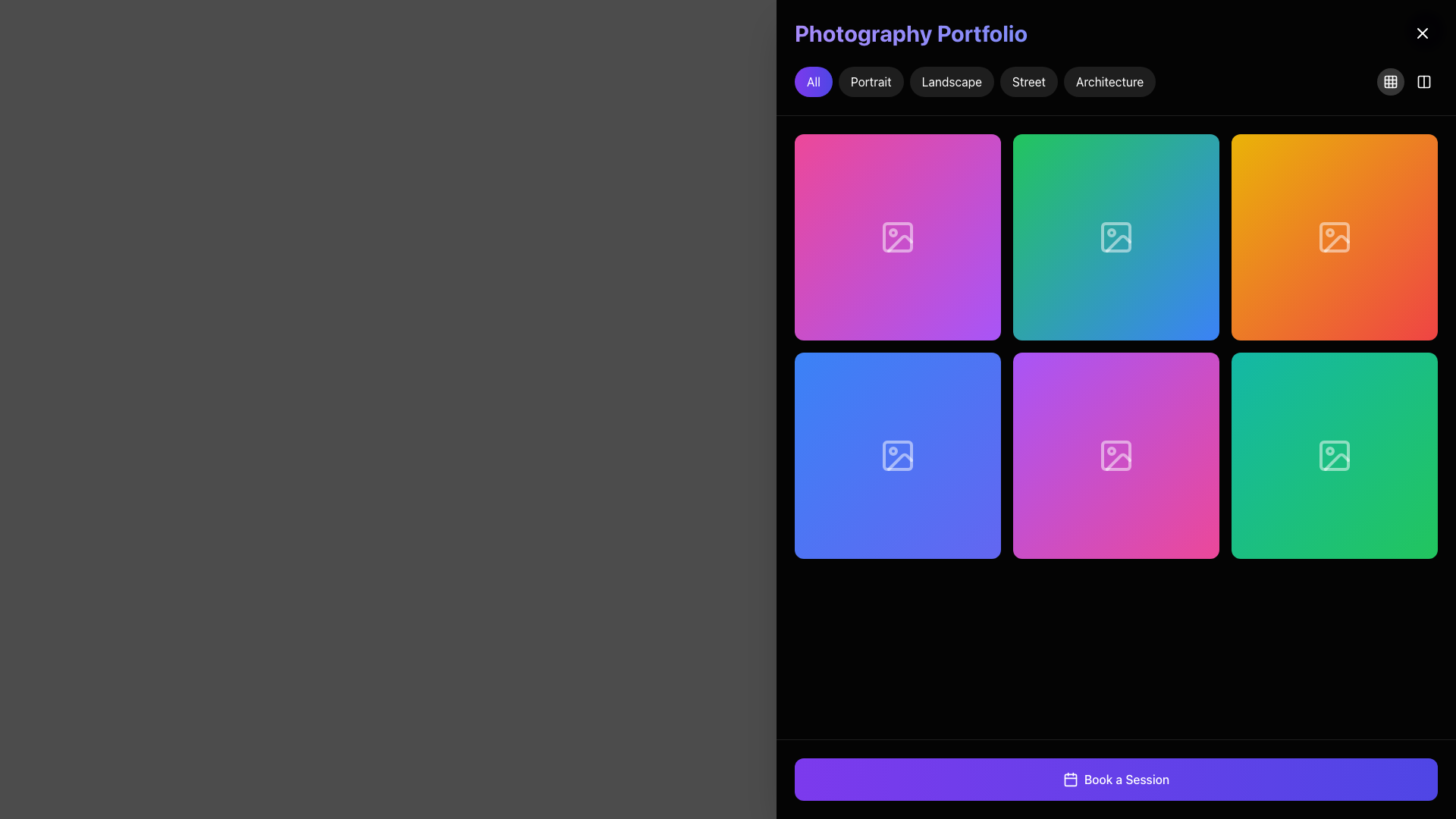 Image resolution: width=1456 pixels, height=819 pixels. What do you see at coordinates (1422, 33) in the screenshot?
I see `the close icon button, a small diagonal cross in the top-right corner of the interface` at bounding box center [1422, 33].